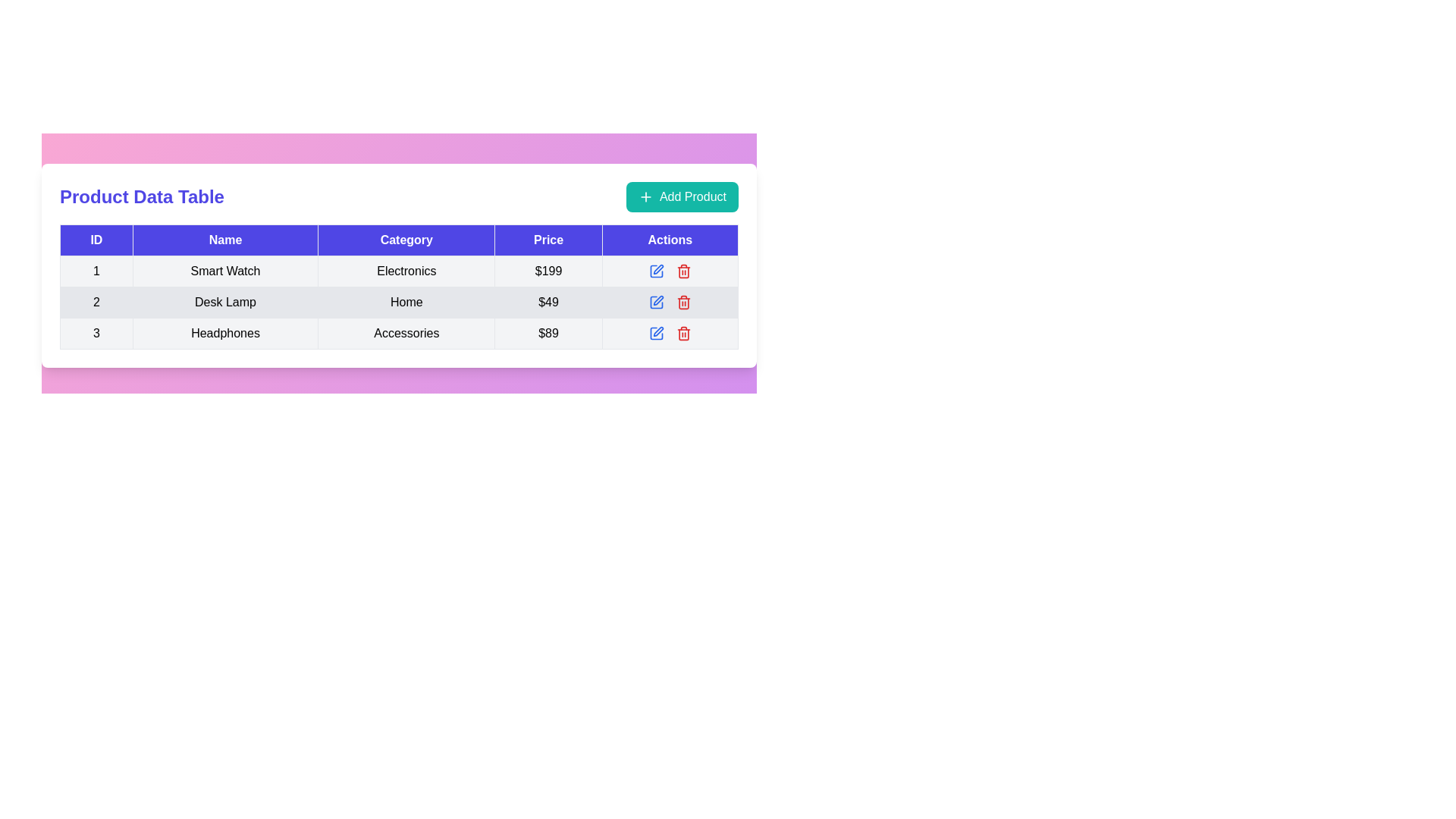  What do you see at coordinates (548, 271) in the screenshot?
I see `the price text label displaying '$199' for the 'Smart Watch' product in the data table` at bounding box center [548, 271].